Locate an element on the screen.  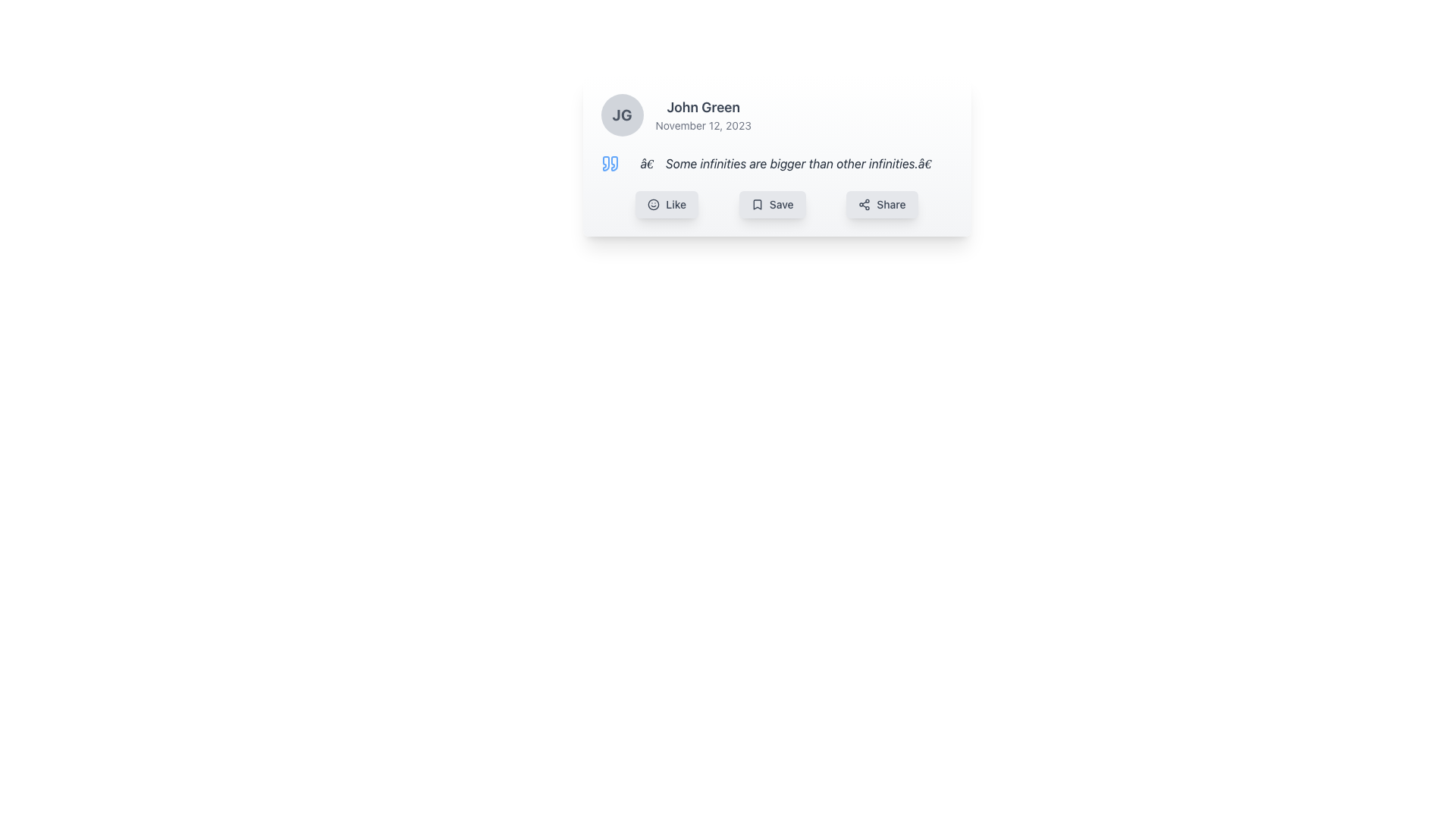
Text Label that identifies the user as 'John Green', located centrally above the date 'November 12, 2023', within the card-like layout is located at coordinates (702, 107).